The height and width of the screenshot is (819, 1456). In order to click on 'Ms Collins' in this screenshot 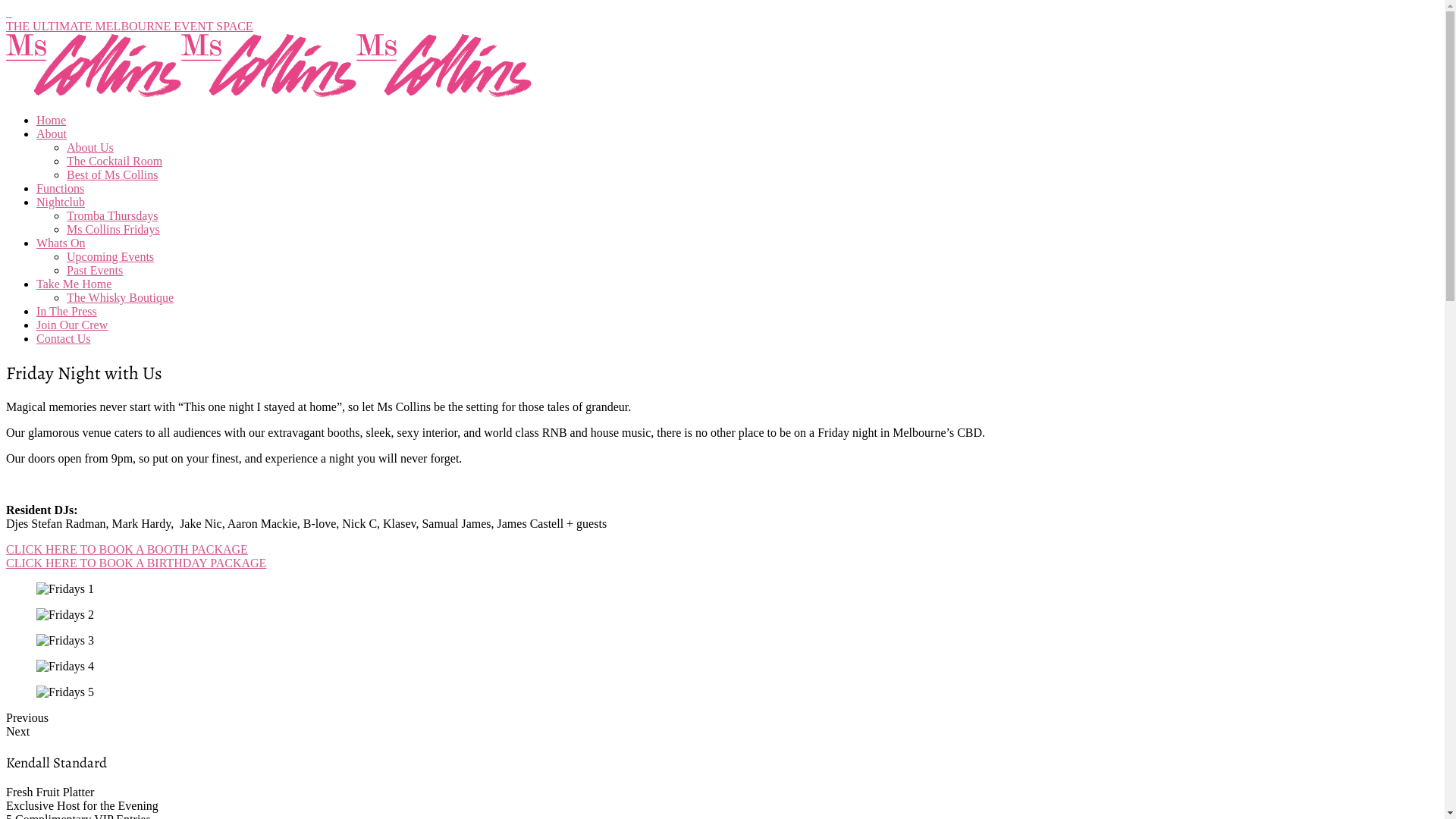, I will do `click(443, 94)`.